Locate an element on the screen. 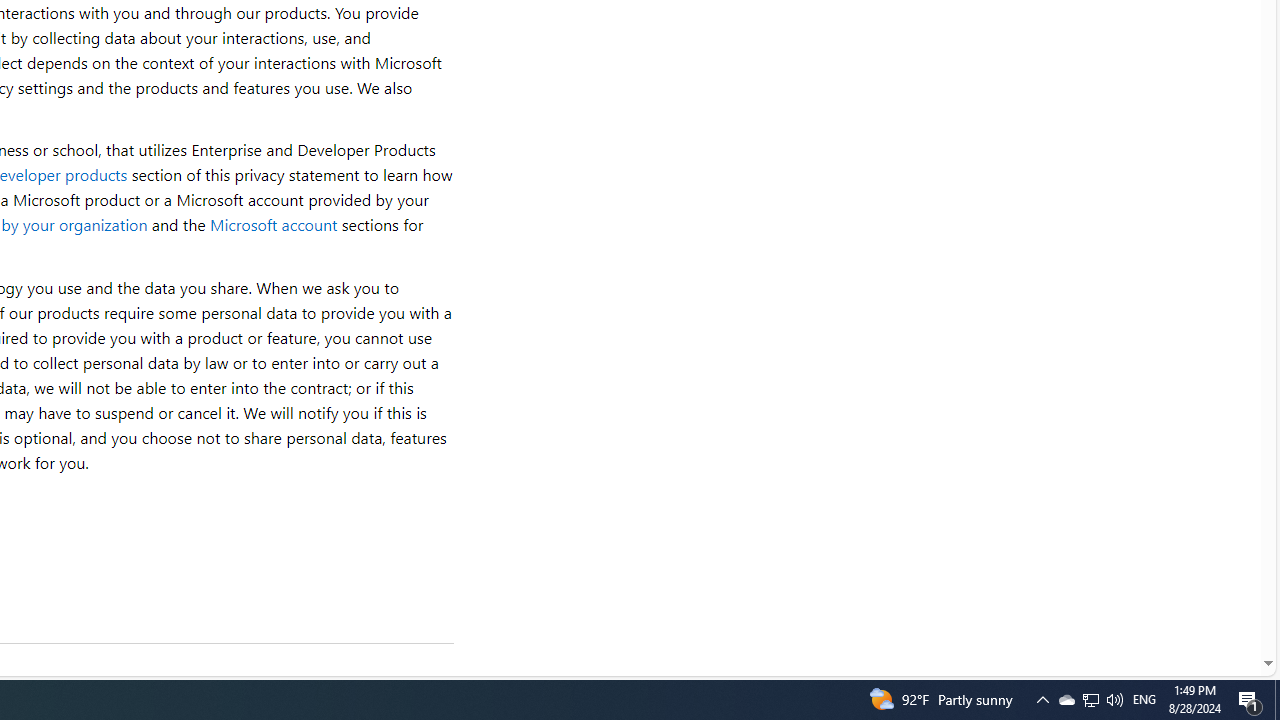 The height and width of the screenshot is (720, 1280). 'Microsoft account' is located at coordinates (272, 225).